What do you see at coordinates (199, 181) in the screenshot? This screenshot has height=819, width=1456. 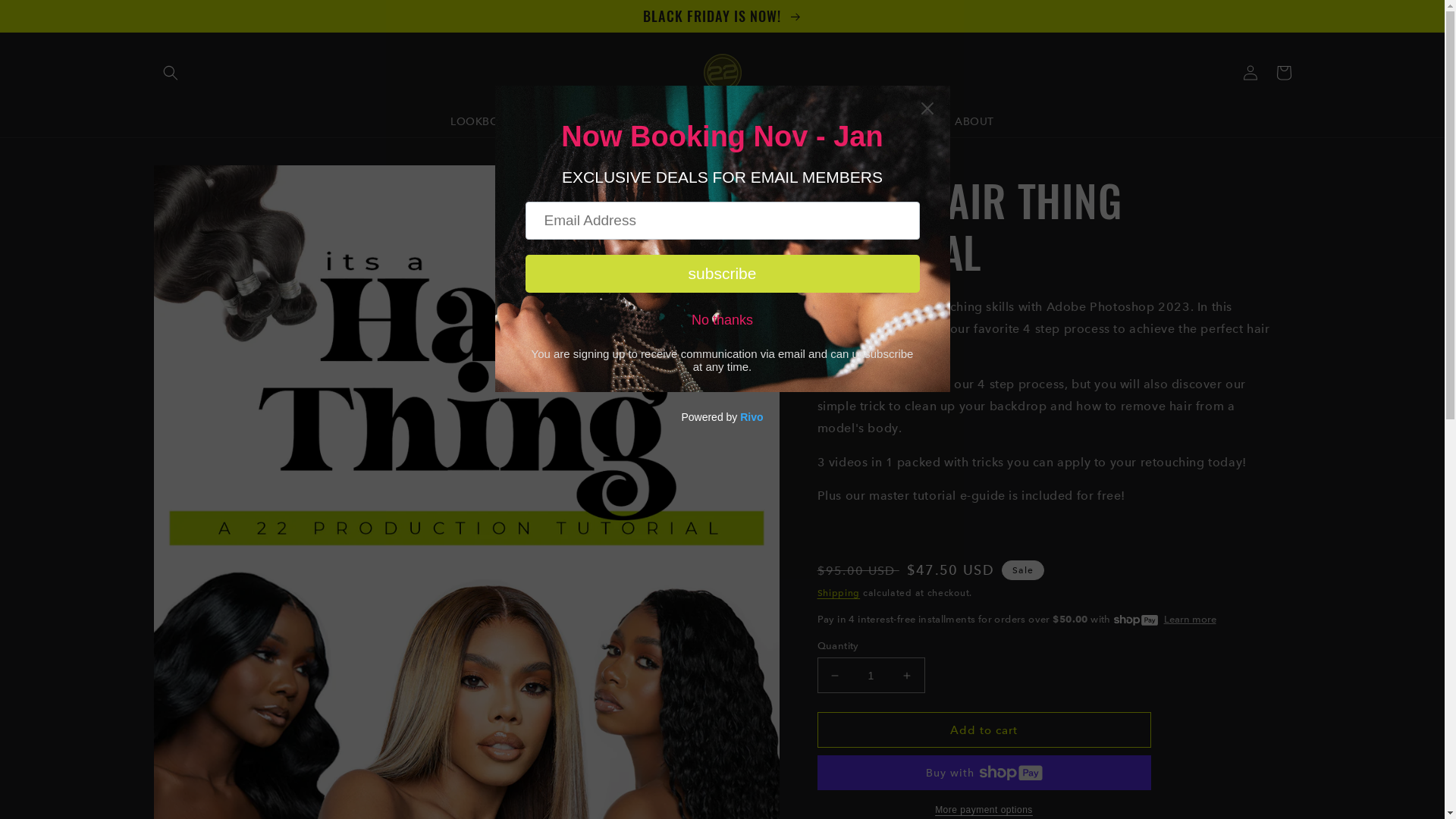 I see `'Skip to product information'` at bounding box center [199, 181].